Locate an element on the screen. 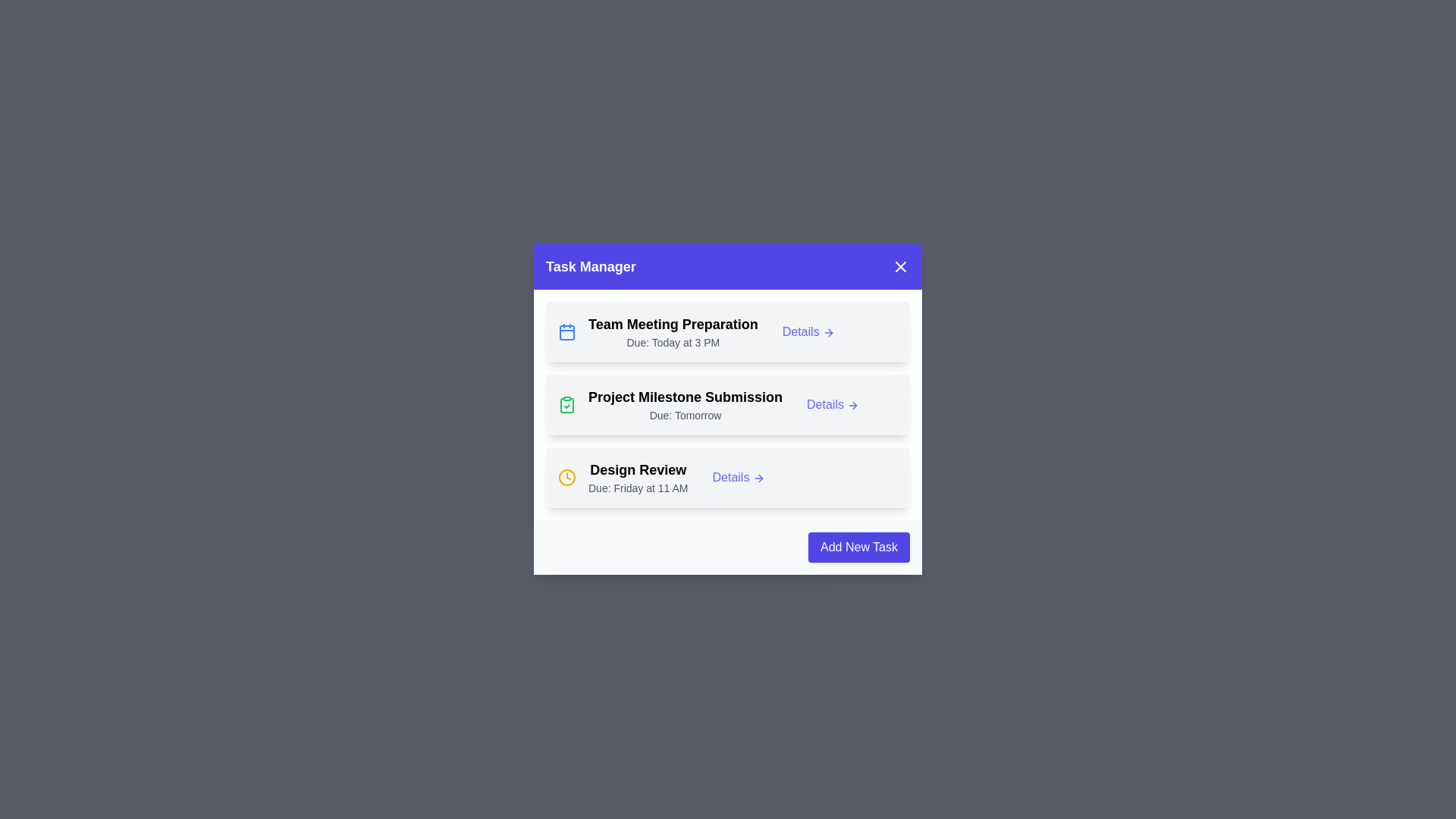  the static text display element reading 'Due: Today at 3 PM', which is located directly below the title 'Team Meeting Preparation' in the task manager interface is located at coordinates (672, 342).